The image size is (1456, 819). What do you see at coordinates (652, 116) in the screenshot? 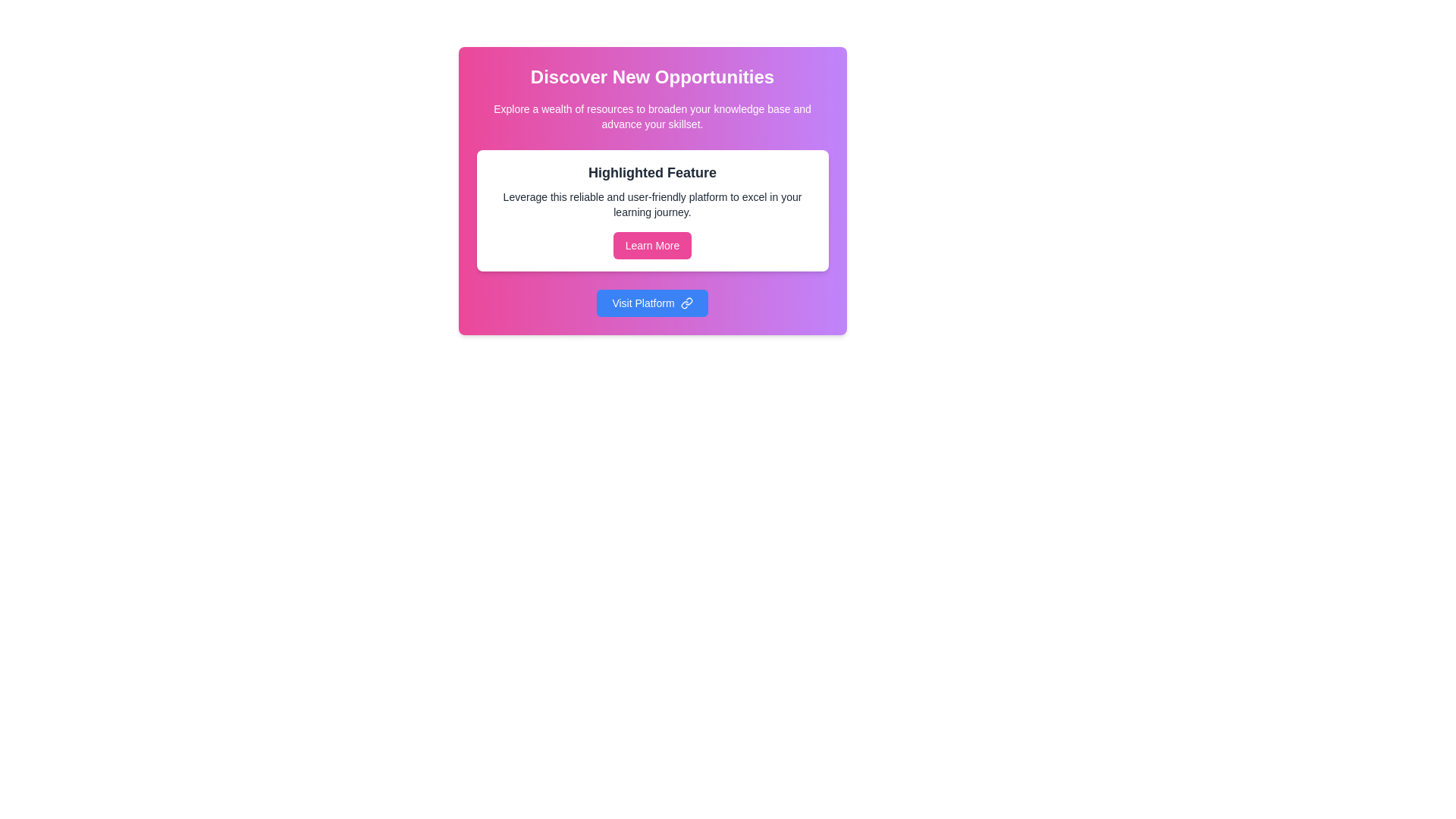
I see `the informative Text label describing the purpose or benefits of the platform, positioned beneath the heading 'Discover New Opportunities'` at bounding box center [652, 116].